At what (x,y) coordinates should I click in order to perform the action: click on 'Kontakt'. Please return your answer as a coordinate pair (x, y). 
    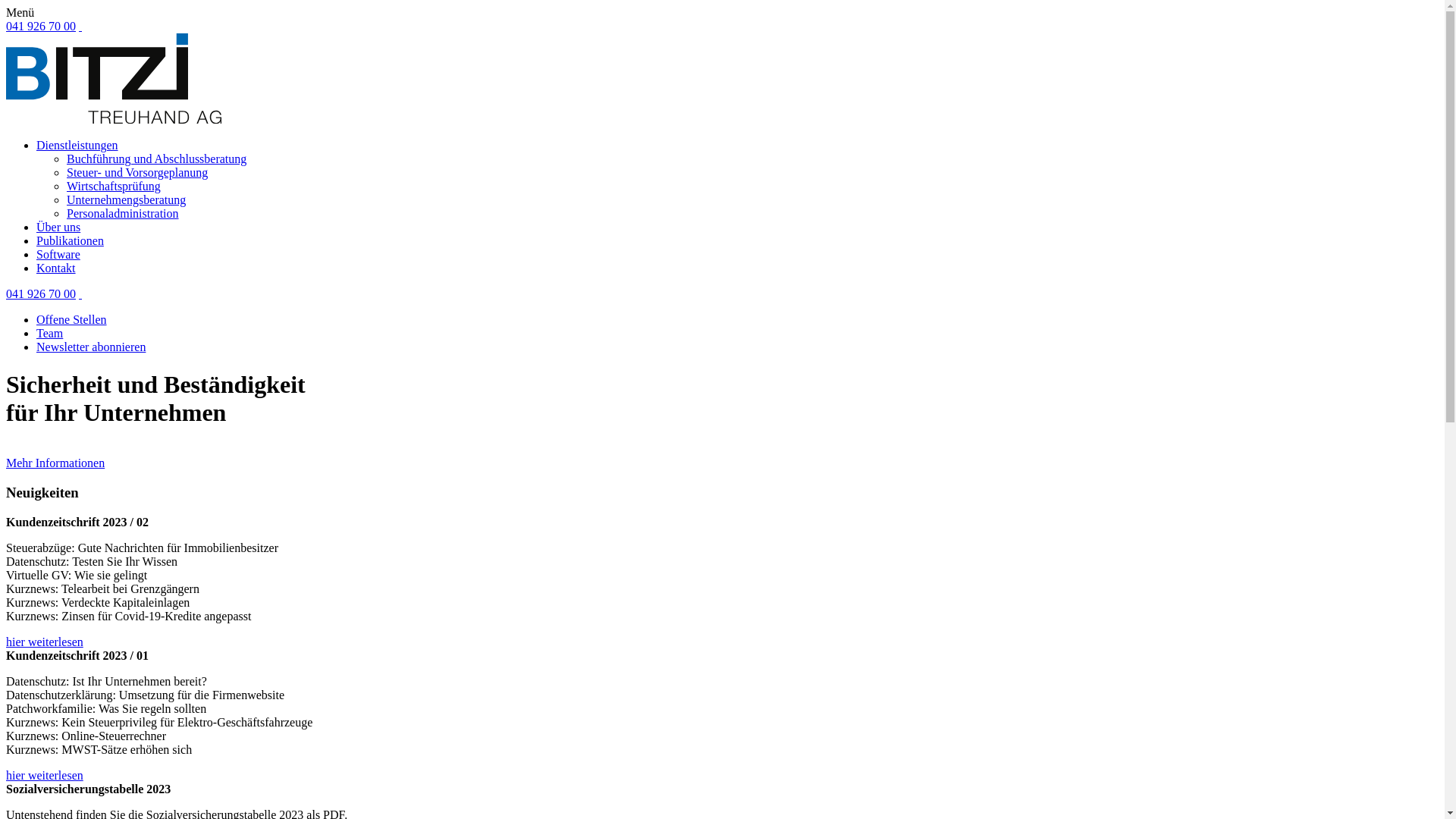
    Looking at the image, I should click on (55, 267).